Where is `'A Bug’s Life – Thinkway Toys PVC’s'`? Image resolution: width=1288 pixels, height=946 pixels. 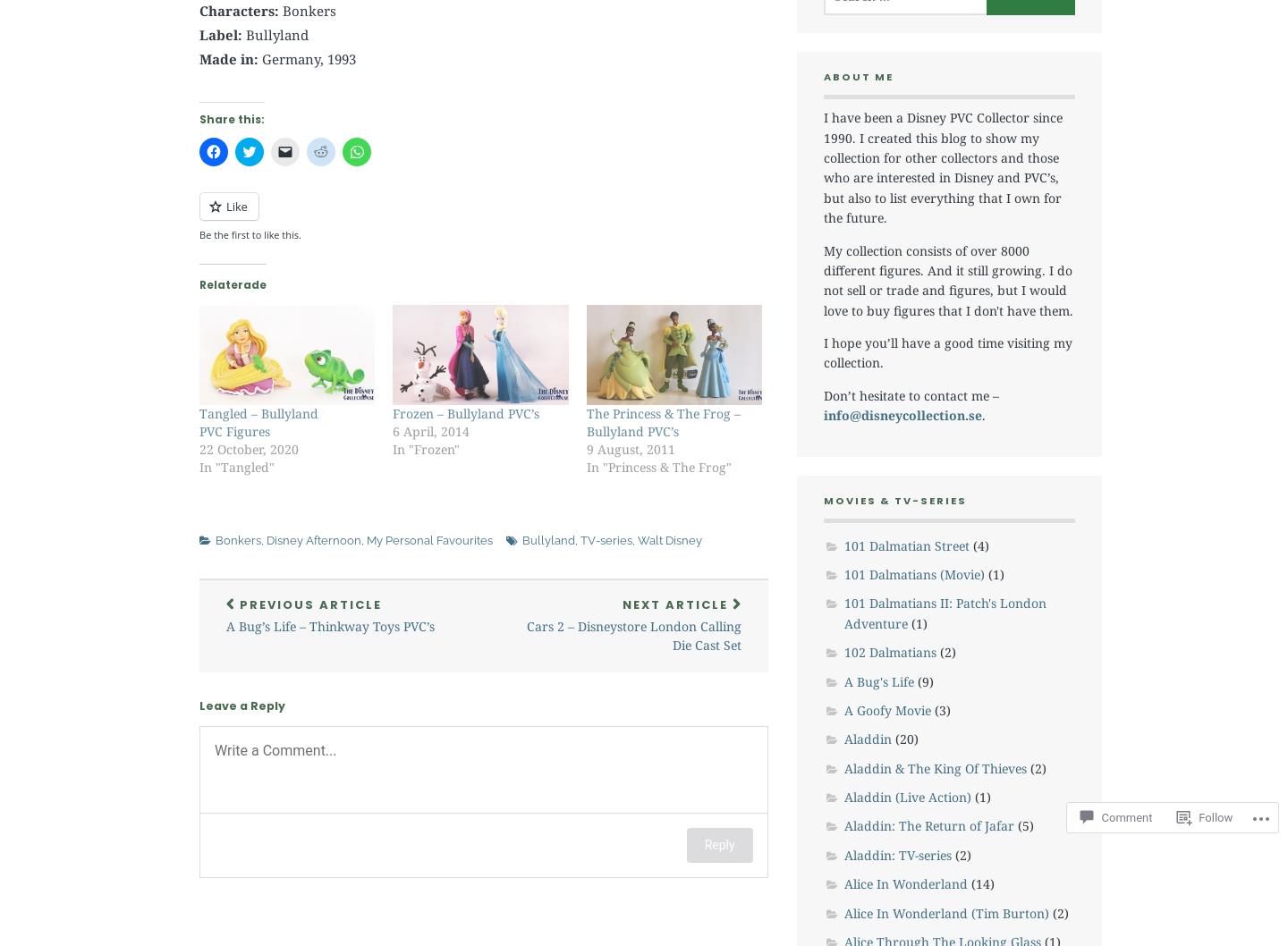 'A Bug’s Life – Thinkway Toys PVC’s' is located at coordinates (329, 624).